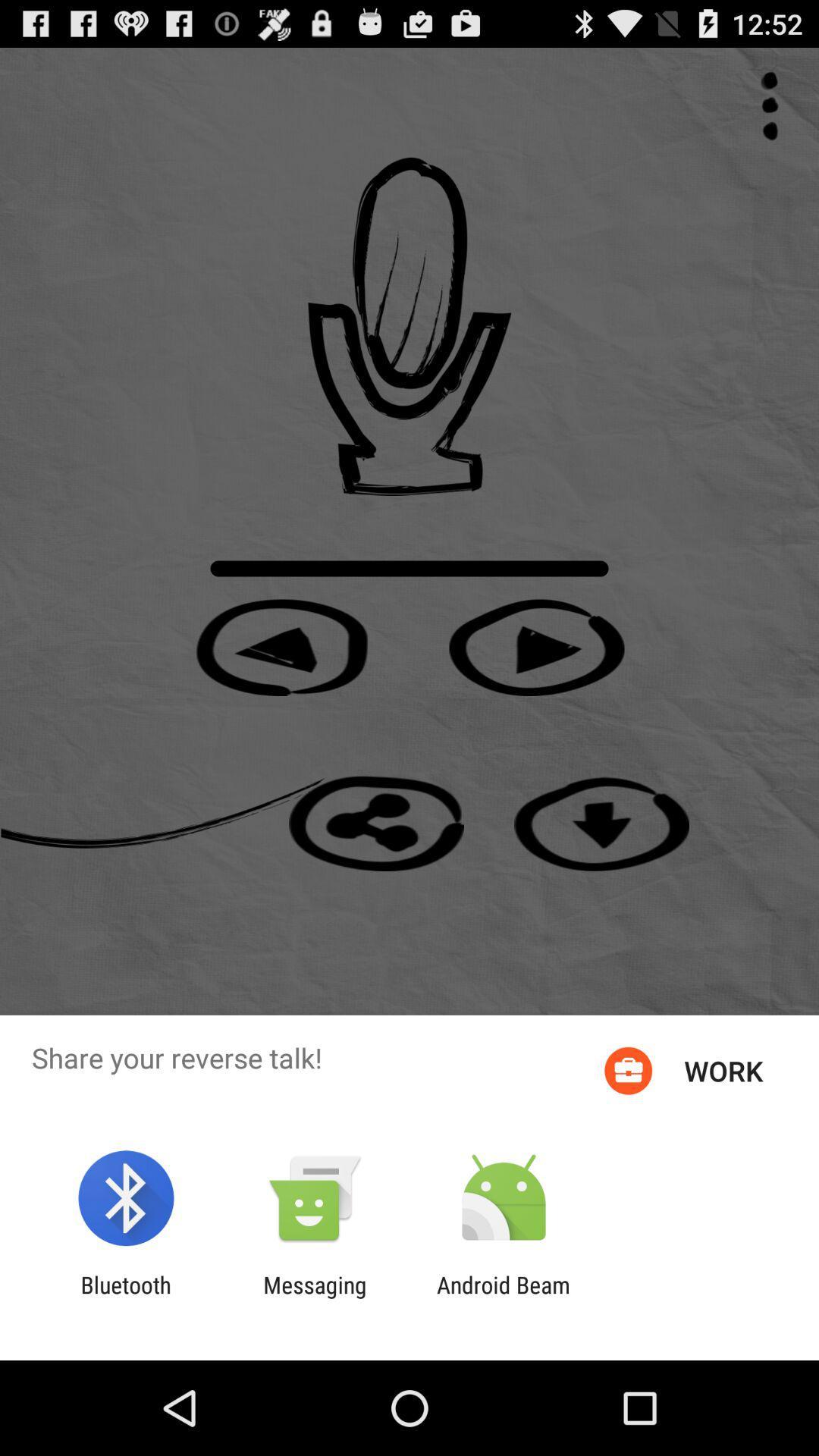 The image size is (819, 1456). I want to click on the item next to android beam item, so click(314, 1298).